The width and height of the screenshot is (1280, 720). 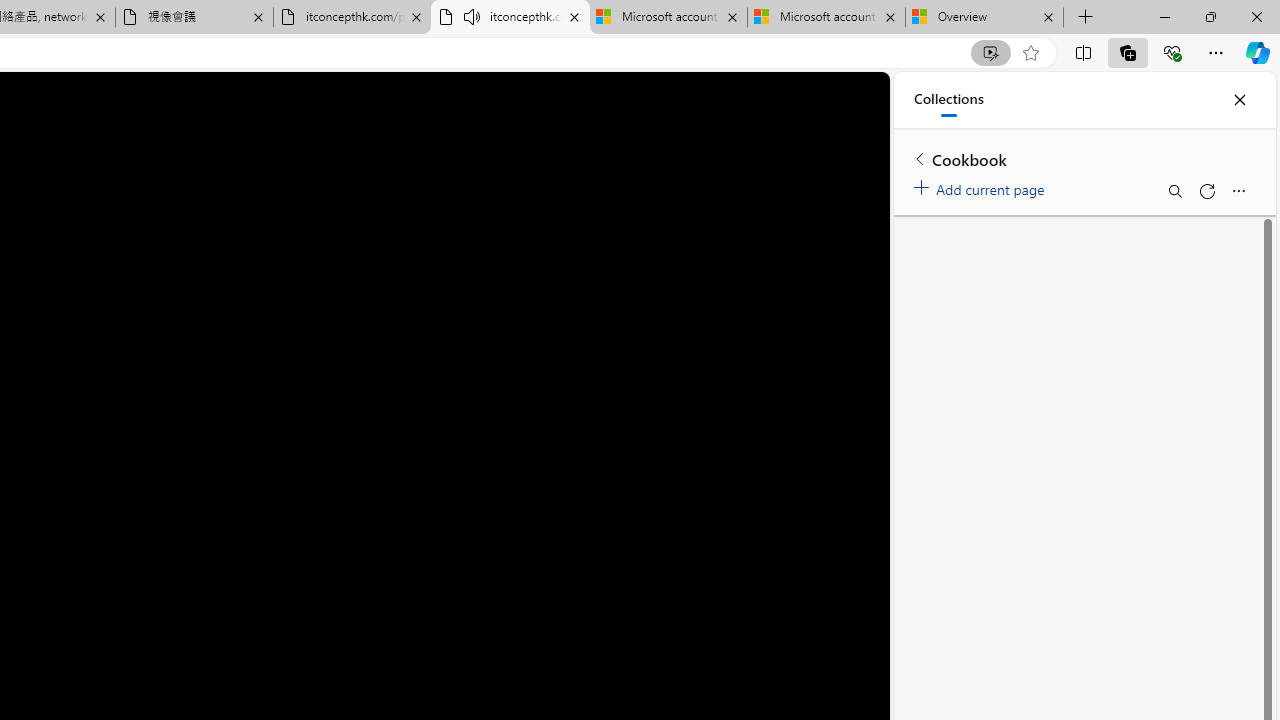 I want to click on 'Mute tab', so click(x=470, y=16).